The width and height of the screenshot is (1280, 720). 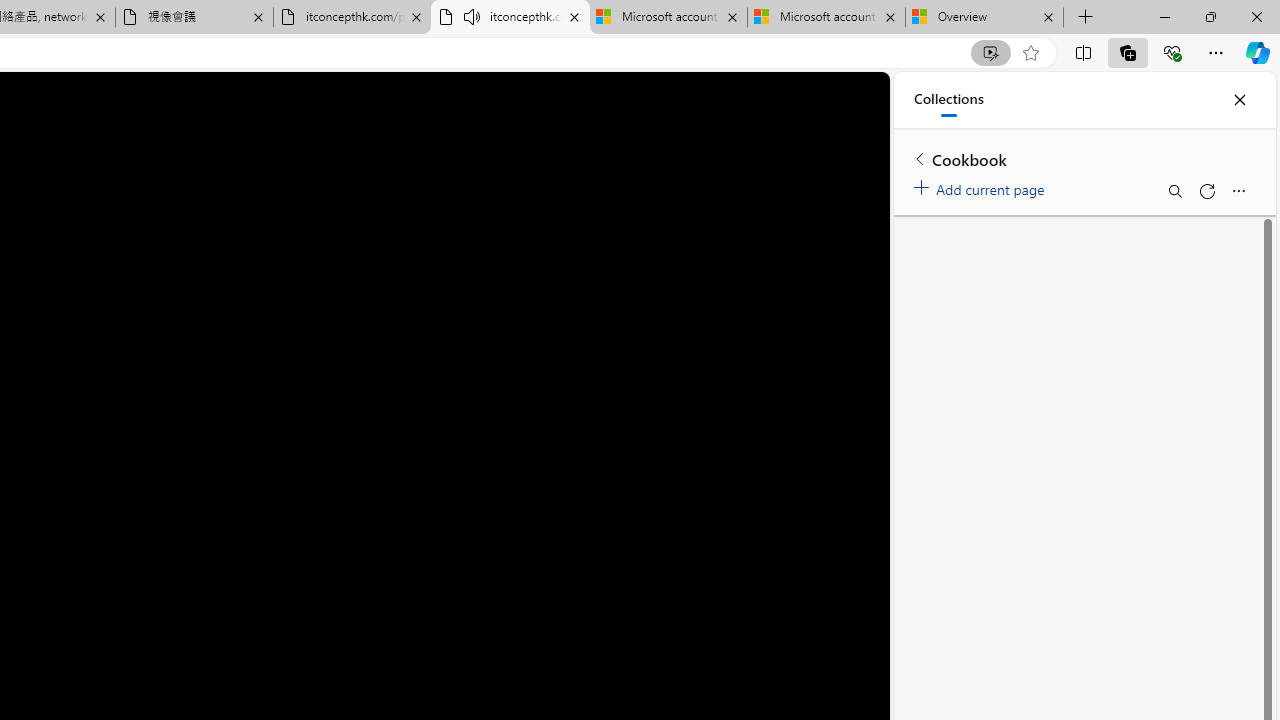 I want to click on 'Mute tab', so click(x=470, y=16).